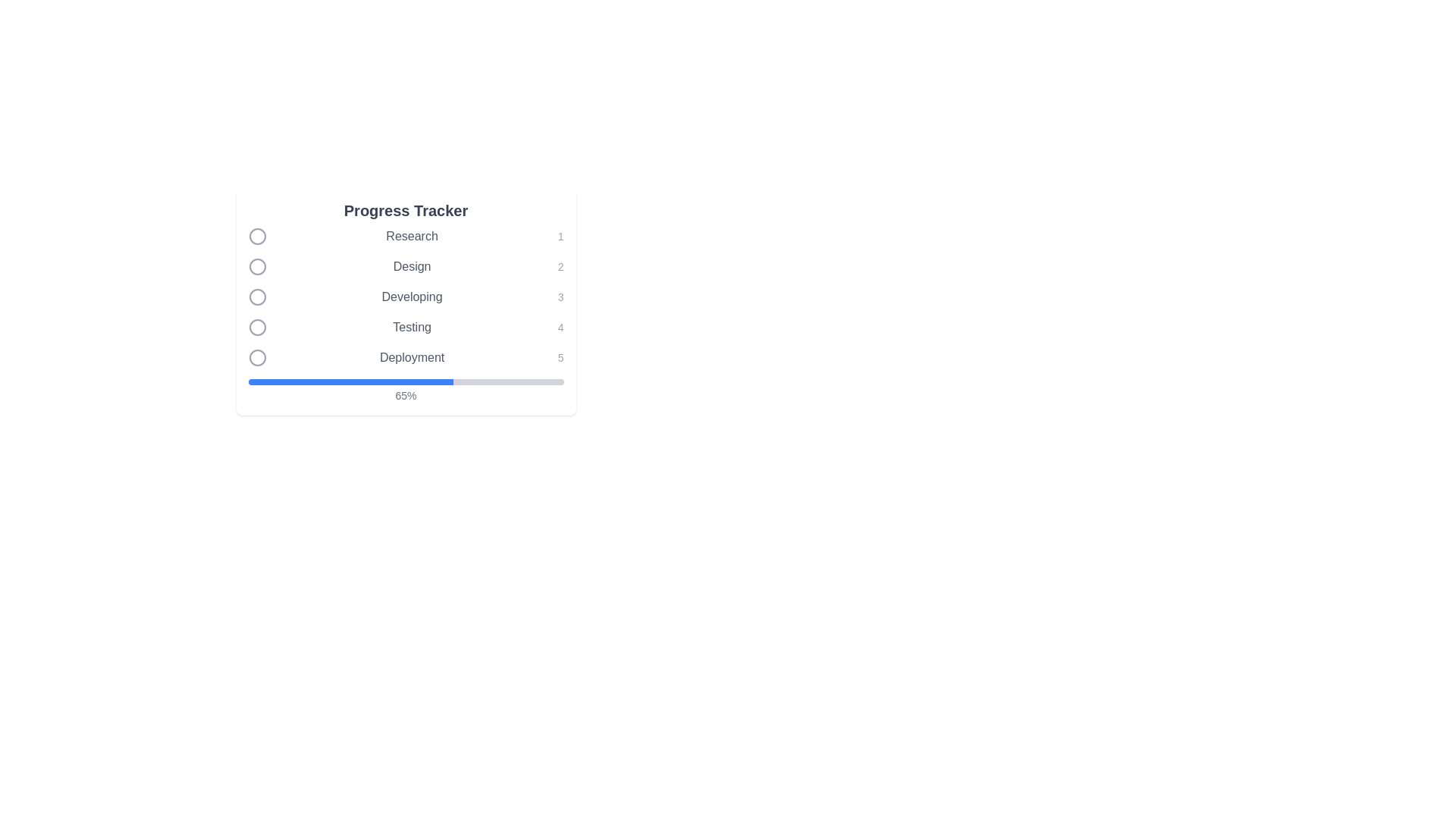 The width and height of the screenshot is (1456, 819). I want to click on the circular graphical indicator styled like a radio button, which is the second element in a vertical list aligned with the text label 'Design', so click(257, 265).